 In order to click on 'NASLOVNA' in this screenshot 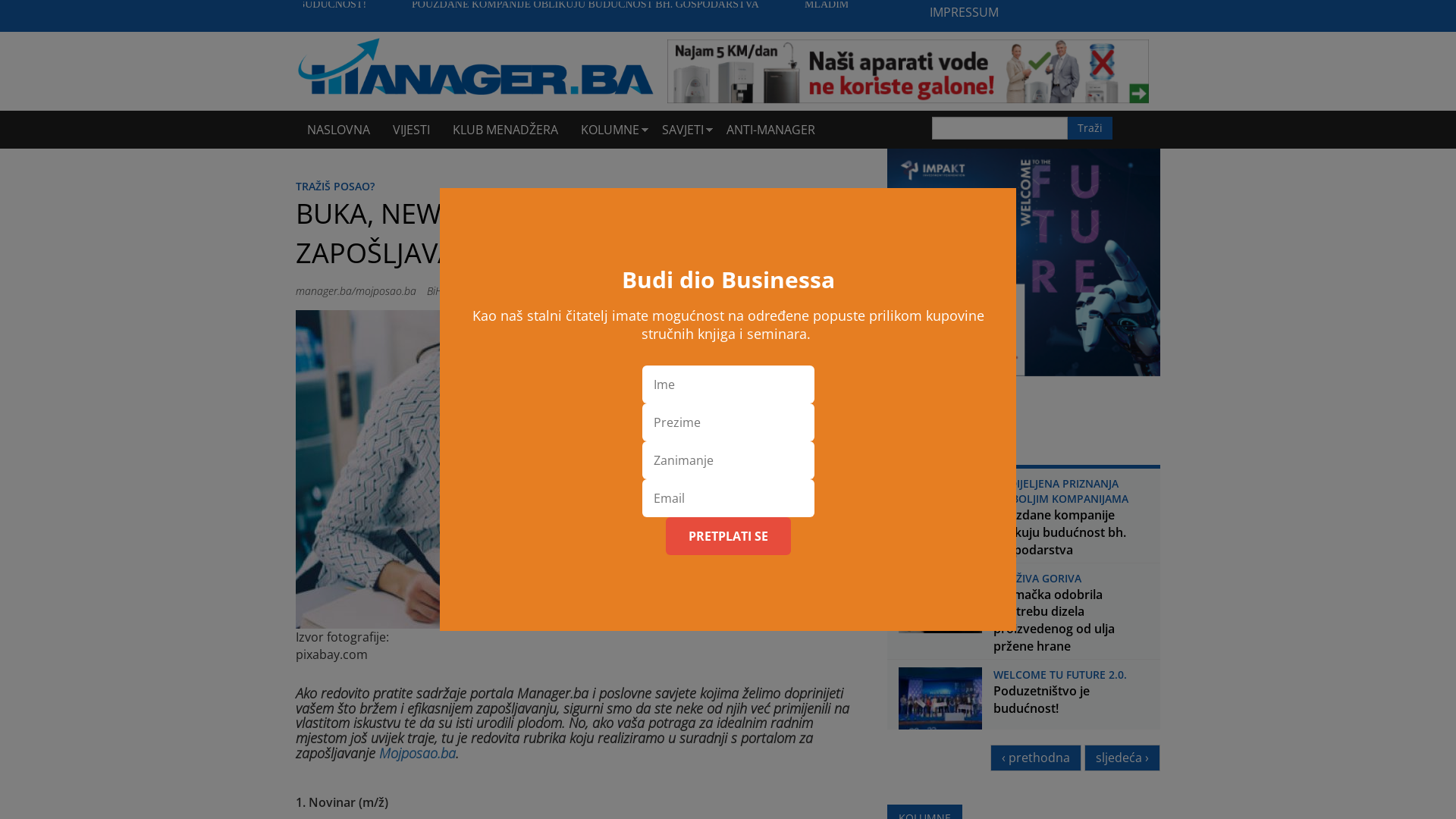, I will do `click(337, 128)`.